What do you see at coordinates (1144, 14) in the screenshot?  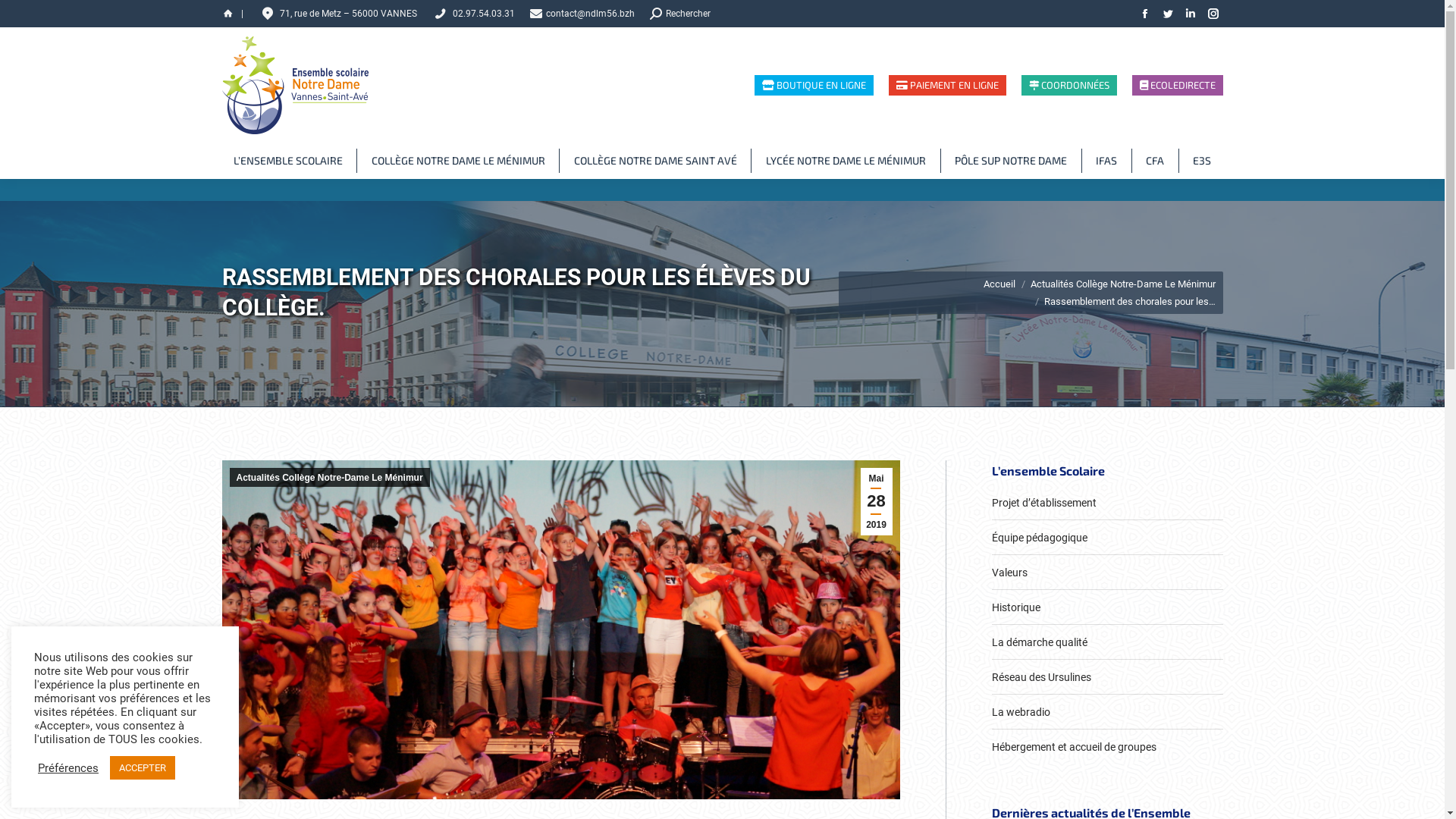 I see `'Facebook page opens in new window'` at bounding box center [1144, 14].